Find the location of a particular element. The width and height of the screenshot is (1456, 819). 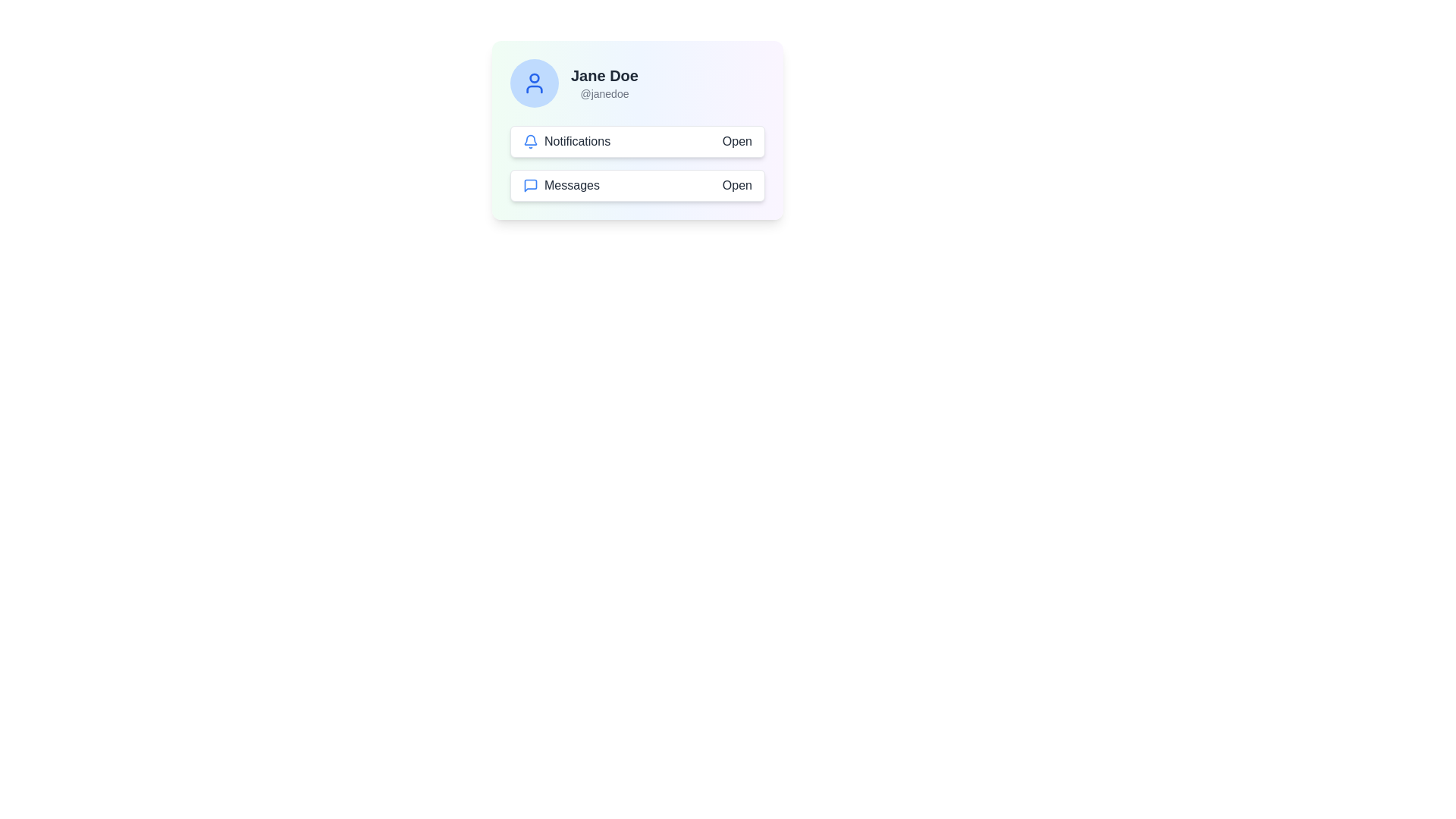

the 'Open' text label, which is styled in black and located in the right section of a horizontal layout, directly corresponding to the 'Messages' label on the left is located at coordinates (737, 185).